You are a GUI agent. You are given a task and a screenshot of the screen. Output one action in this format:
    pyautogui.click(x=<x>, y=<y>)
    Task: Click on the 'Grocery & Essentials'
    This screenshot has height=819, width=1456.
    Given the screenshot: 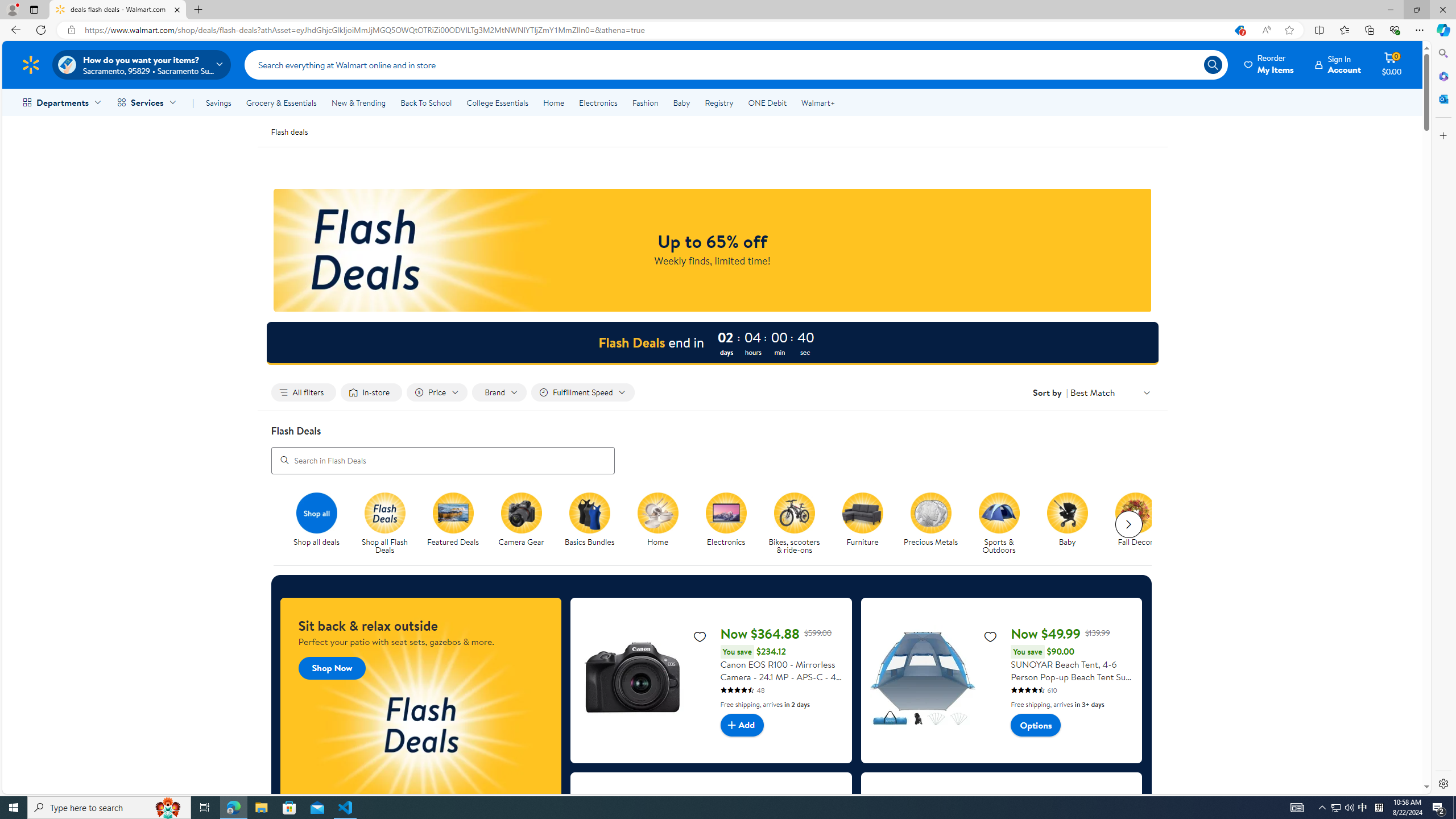 What is the action you would take?
    pyautogui.click(x=280, y=102)
    